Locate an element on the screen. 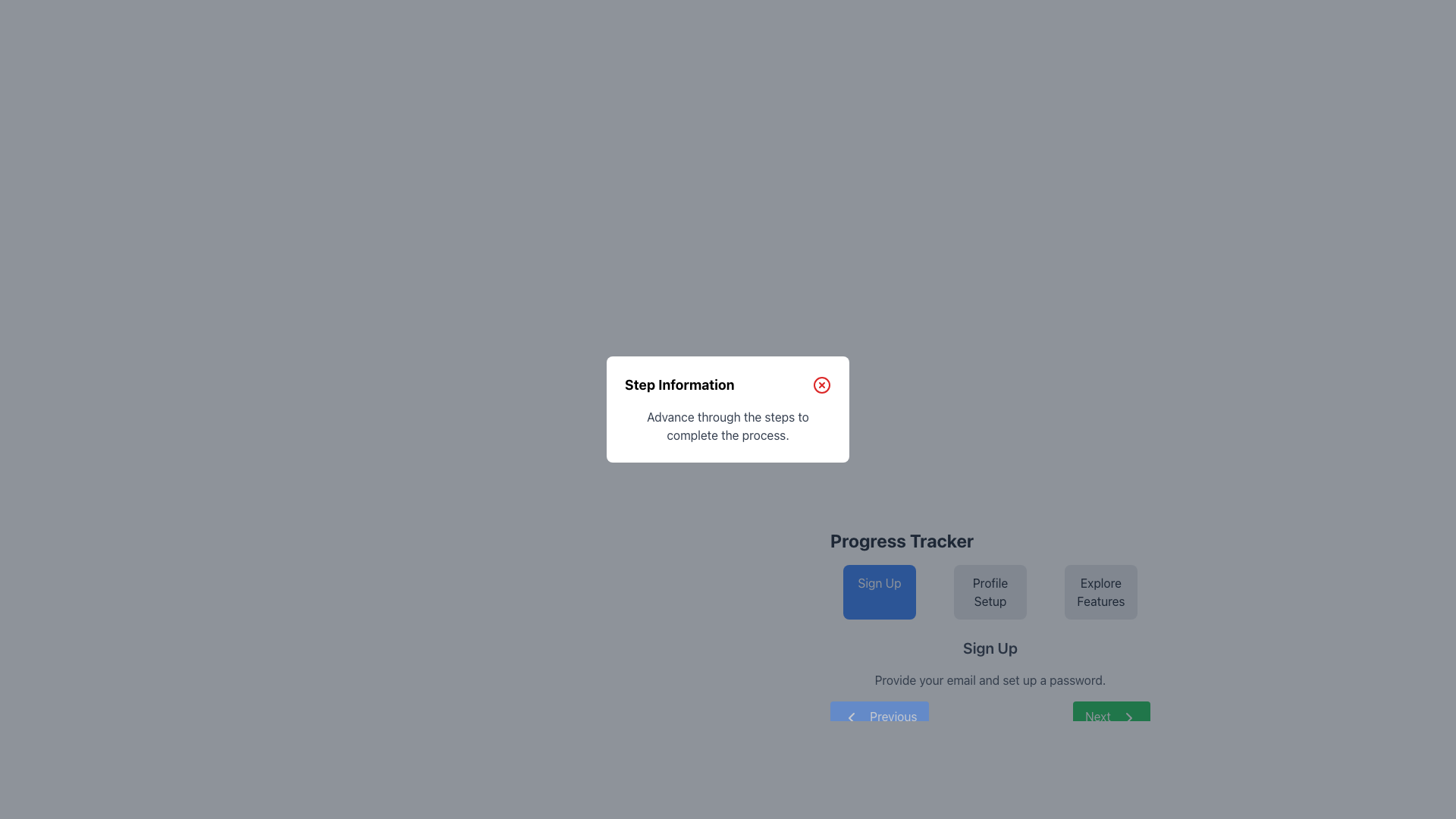 The height and width of the screenshot is (819, 1456). the Text label indicating the current step in the Progress Tracker section, which is located centrally below the row of buttons like 'Sign Up' and 'Profile Setup' is located at coordinates (990, 648).